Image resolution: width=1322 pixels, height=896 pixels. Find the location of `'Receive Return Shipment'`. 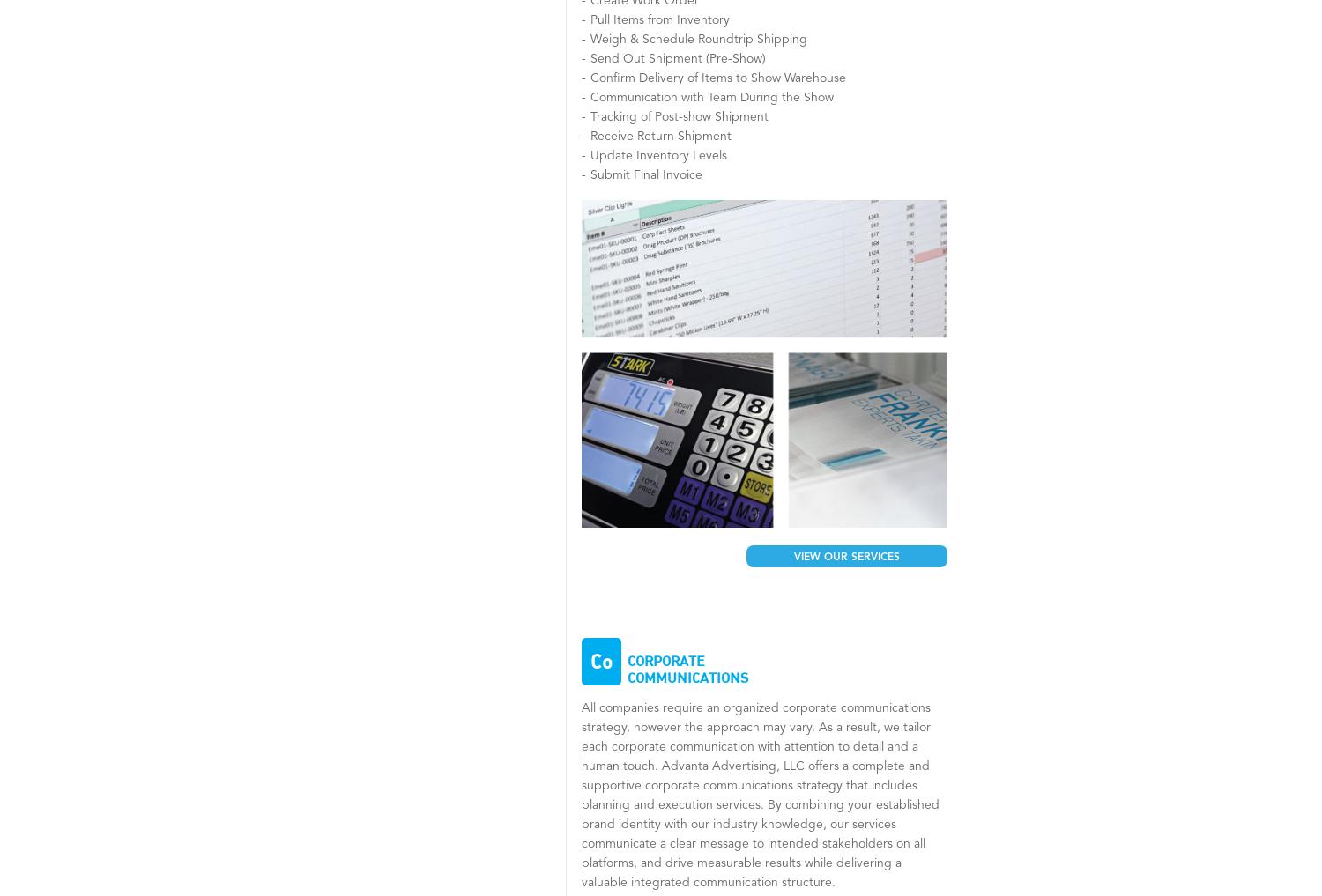

'Receive Return Shipment' is located at coordinates (590, 135).